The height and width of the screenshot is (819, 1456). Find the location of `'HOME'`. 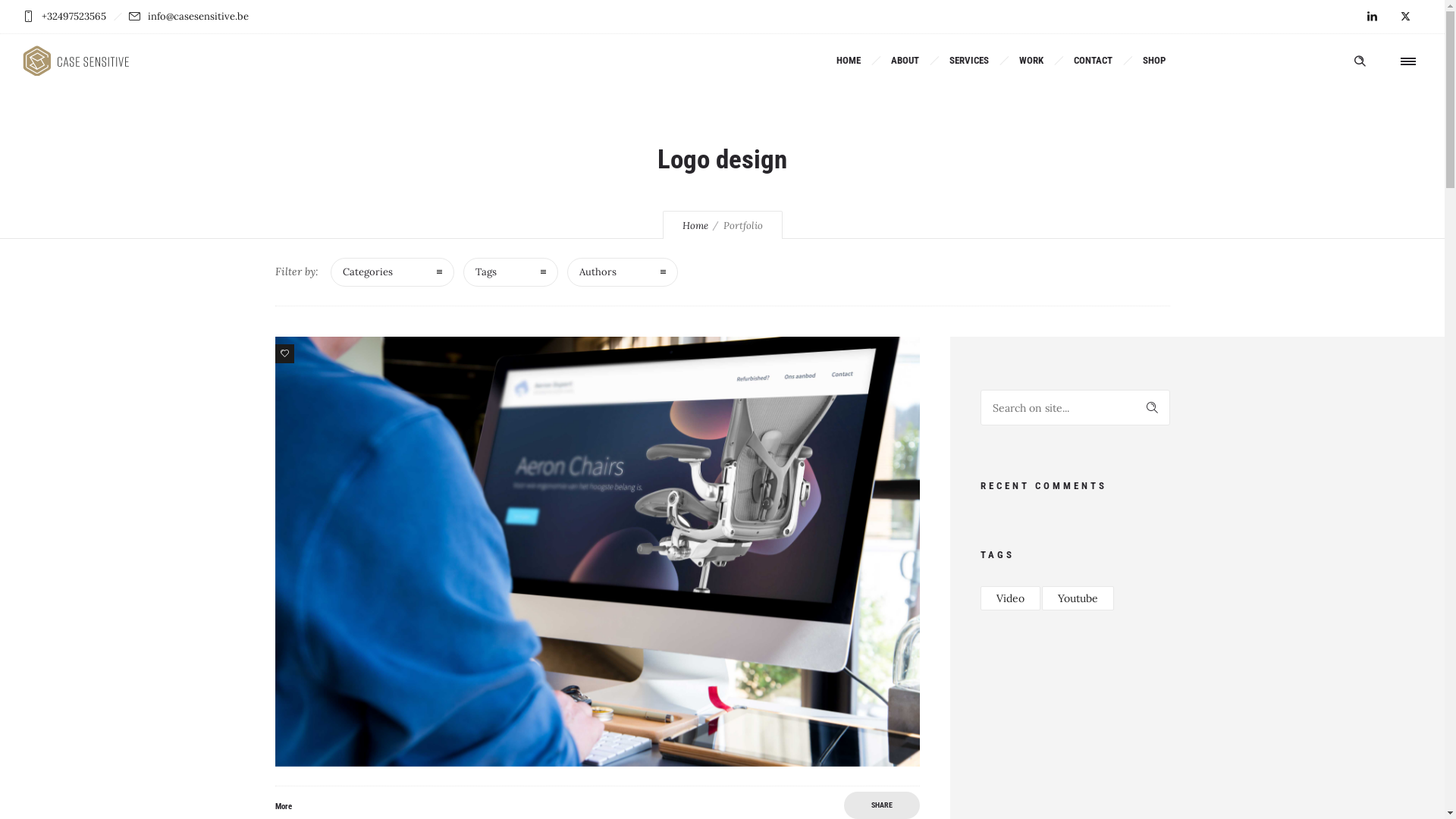

'HOME' is located at coordinates (847, 60).